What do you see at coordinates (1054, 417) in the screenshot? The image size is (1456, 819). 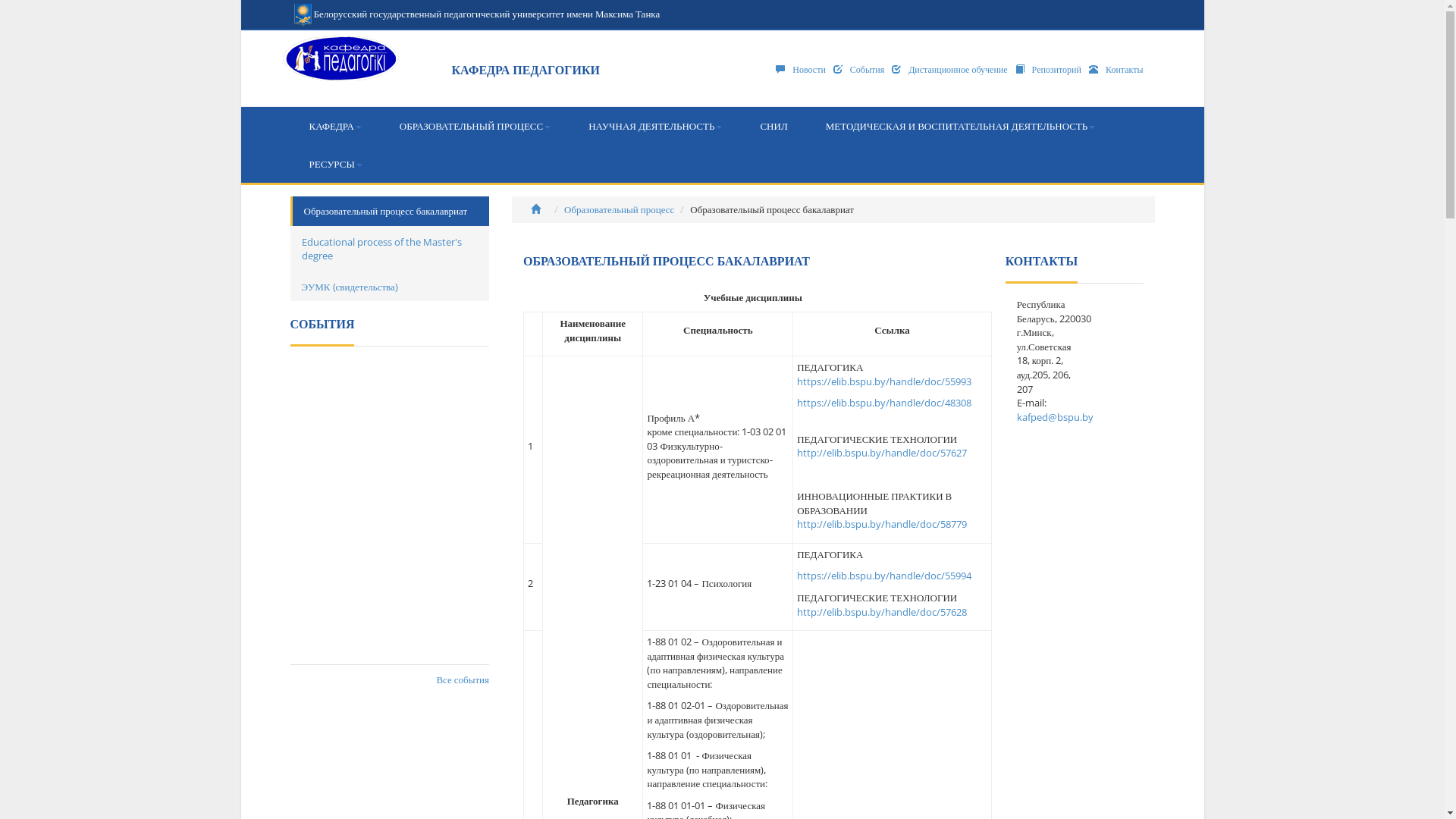 I see `'kafped@bspu.by'` at bounding box center [1054, 417].